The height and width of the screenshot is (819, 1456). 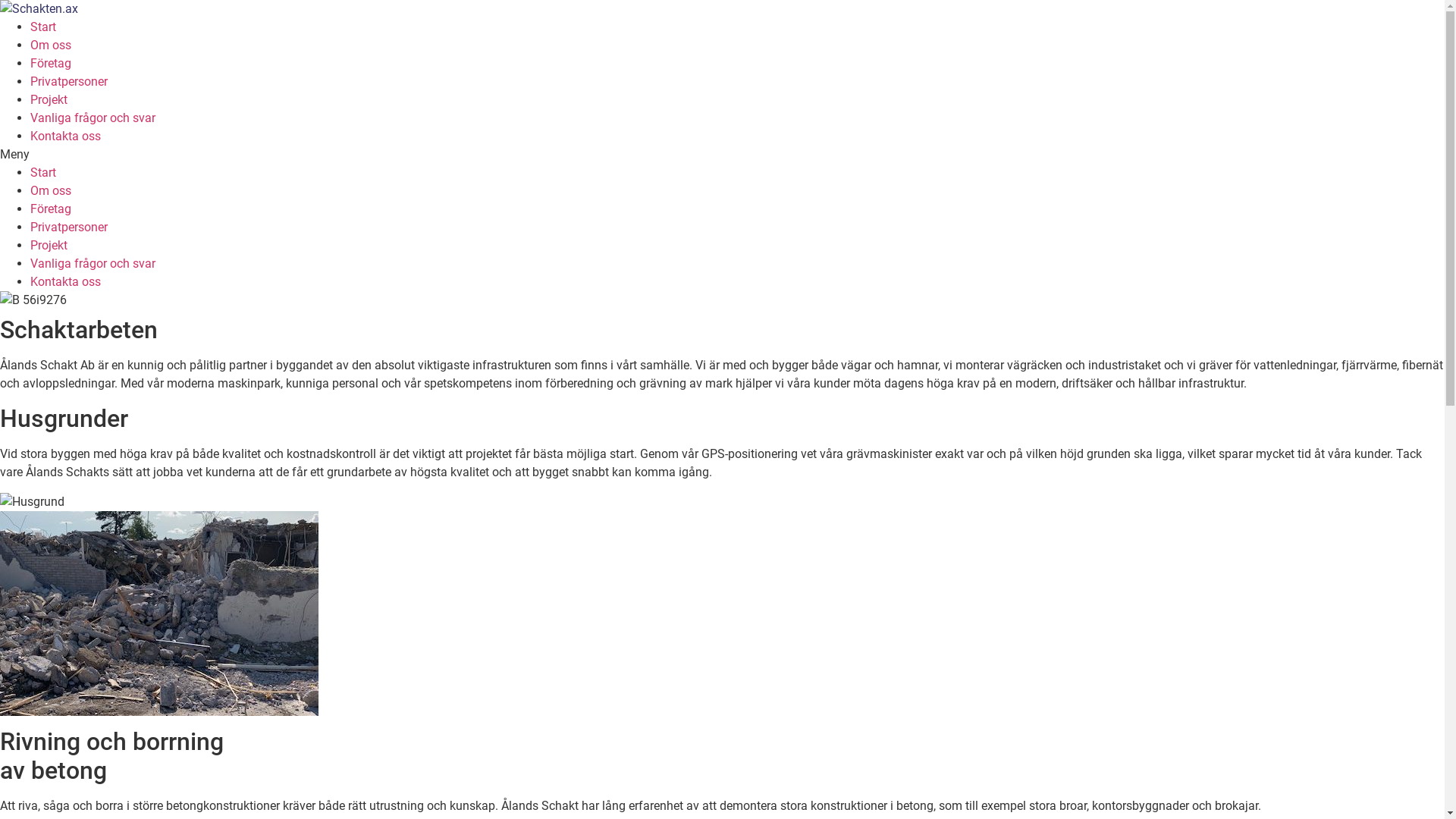 What do you see at coordinates (68, 227) in the screenshot?
I see `'Privatpersoner'` at bounding box center [68, 227].